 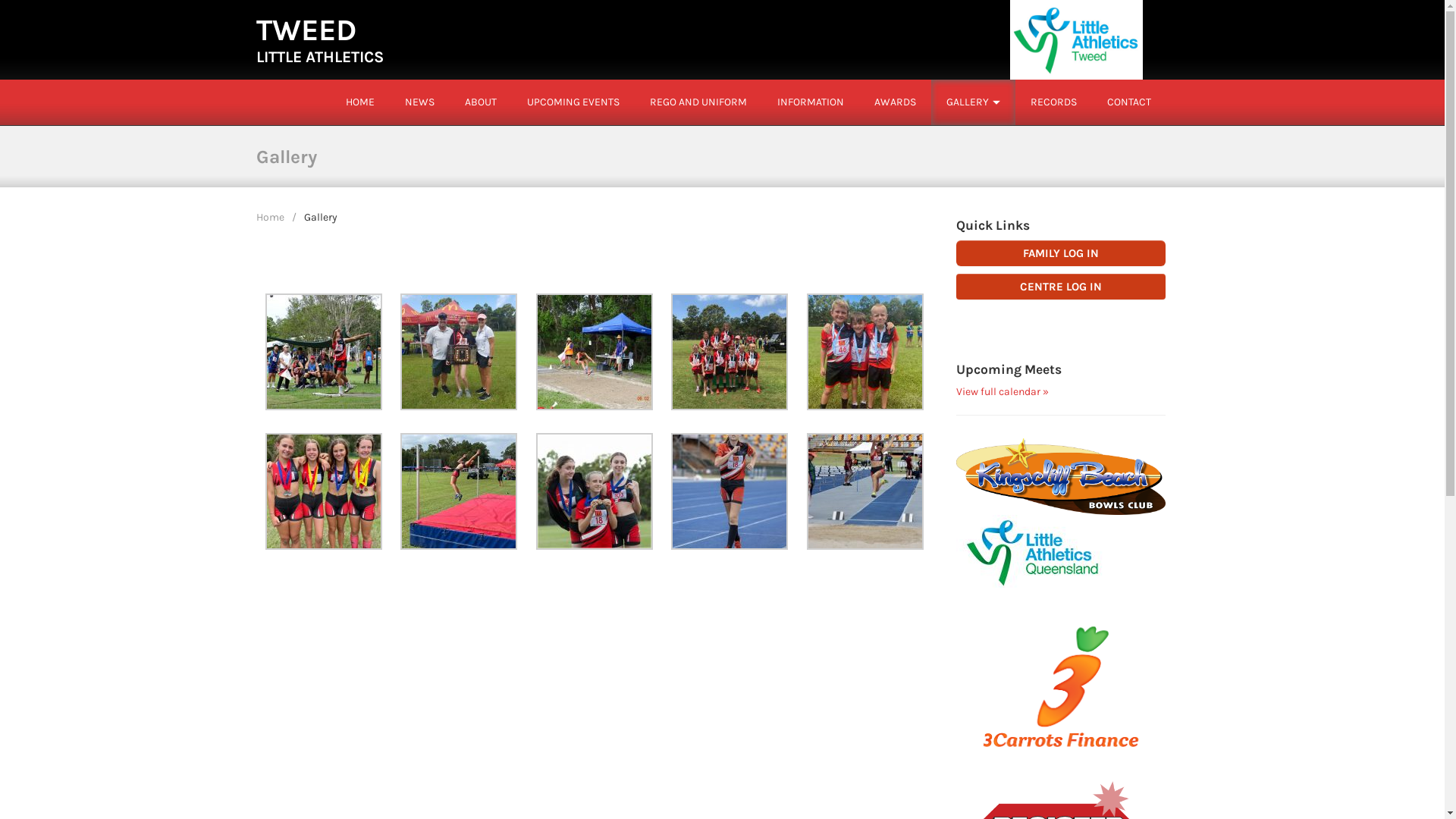 What do you see at coordinates (1052, 102) in the screenshot?
I see `'RECORDS'` at bounding box center [1052, 102].